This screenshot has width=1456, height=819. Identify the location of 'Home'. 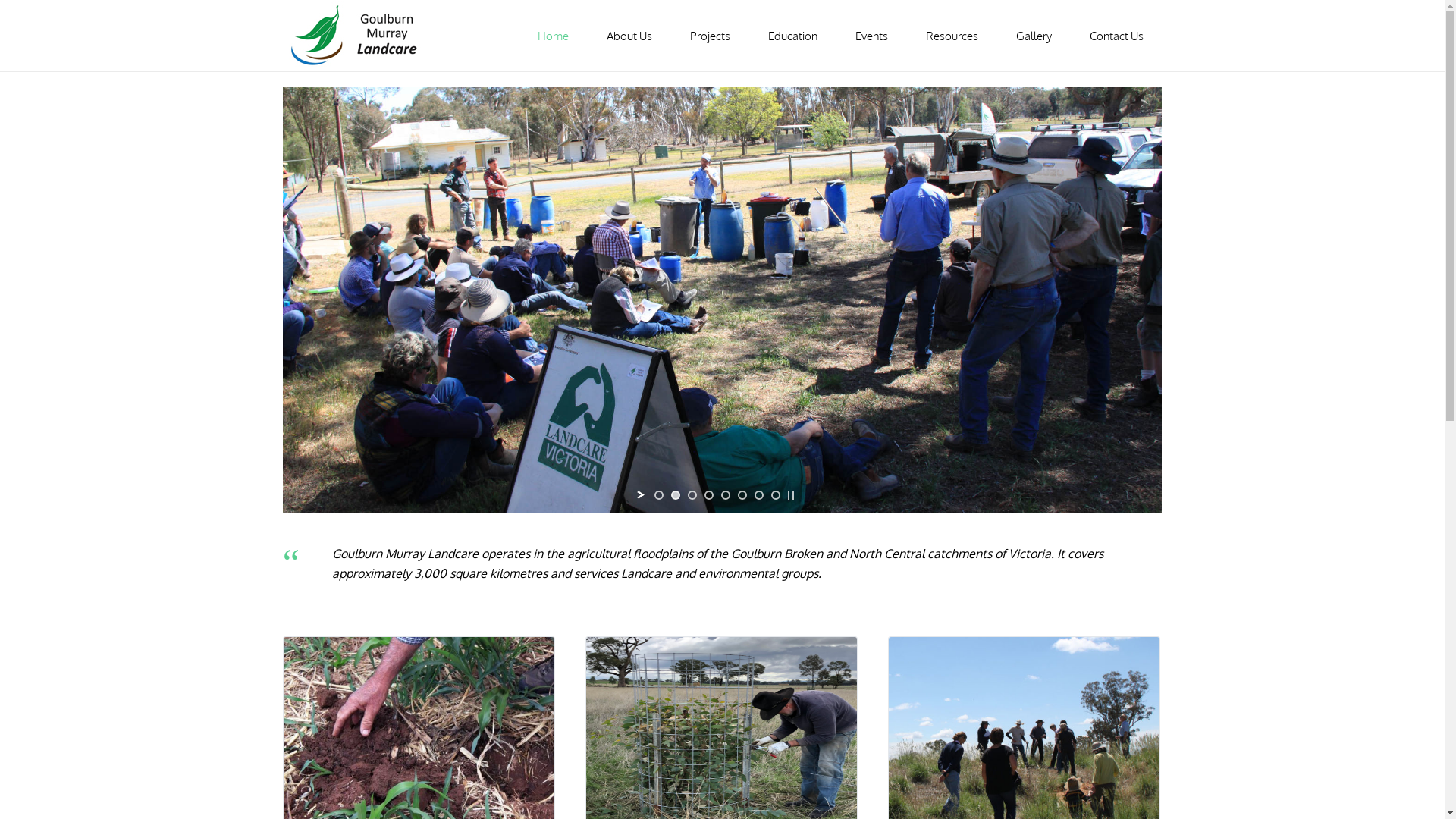
(552, 35).